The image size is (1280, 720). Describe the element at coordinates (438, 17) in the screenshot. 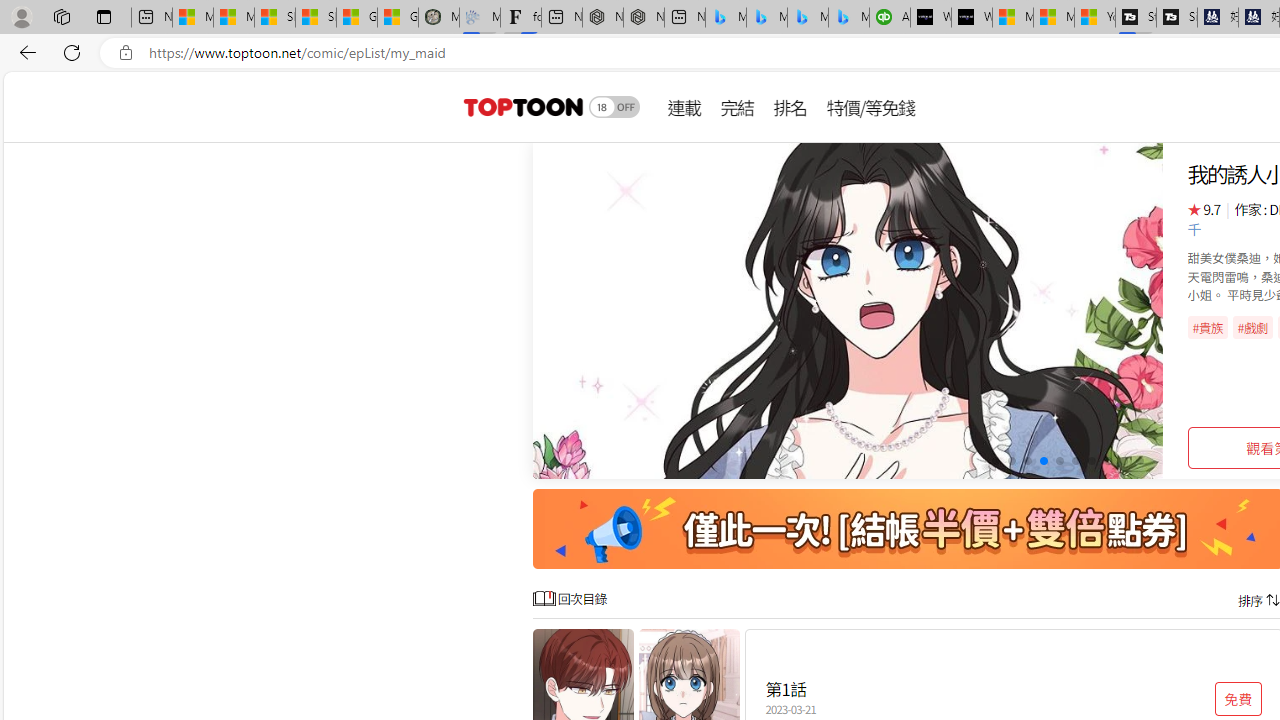

I see `'Manatee Mortality Statistics | FWC'` at that location.